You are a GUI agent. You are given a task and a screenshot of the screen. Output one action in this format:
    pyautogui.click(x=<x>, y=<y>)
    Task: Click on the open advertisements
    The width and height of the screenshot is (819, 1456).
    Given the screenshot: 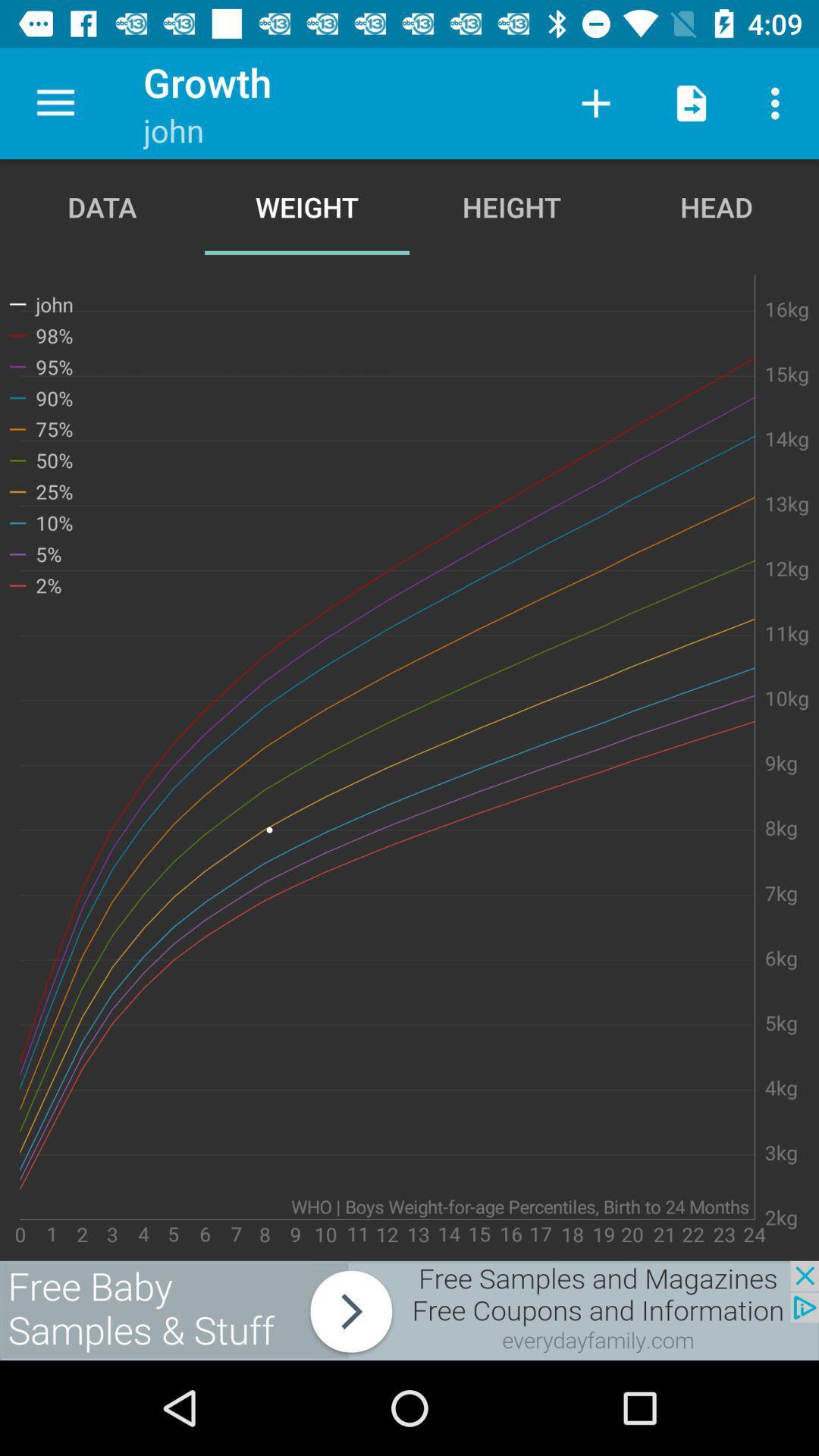 What is the action you would take?
    pyautogui.click(x=409, y=1310)
    